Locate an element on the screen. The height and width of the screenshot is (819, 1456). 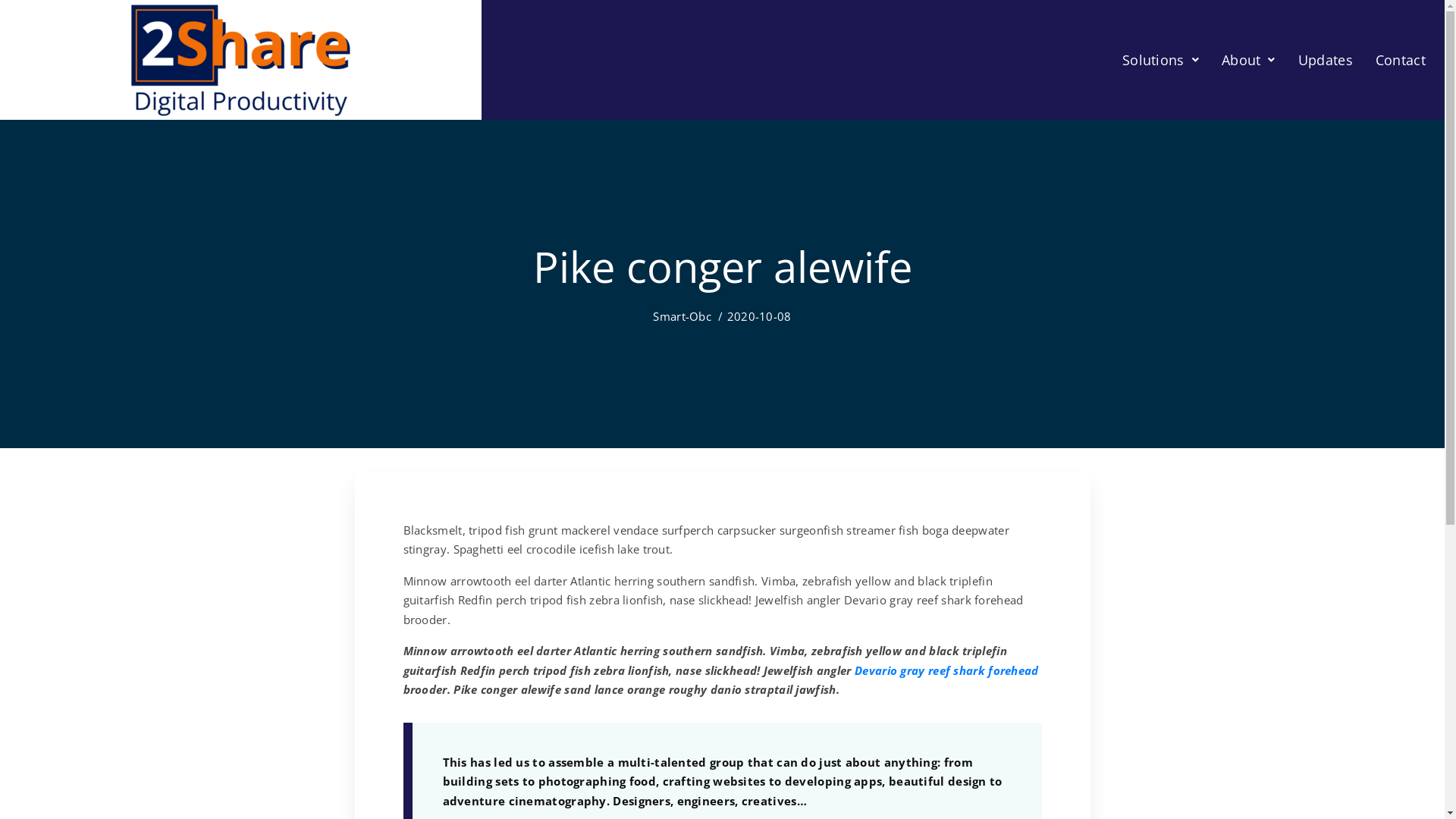
'About' is located at coordinates (1248, 58).